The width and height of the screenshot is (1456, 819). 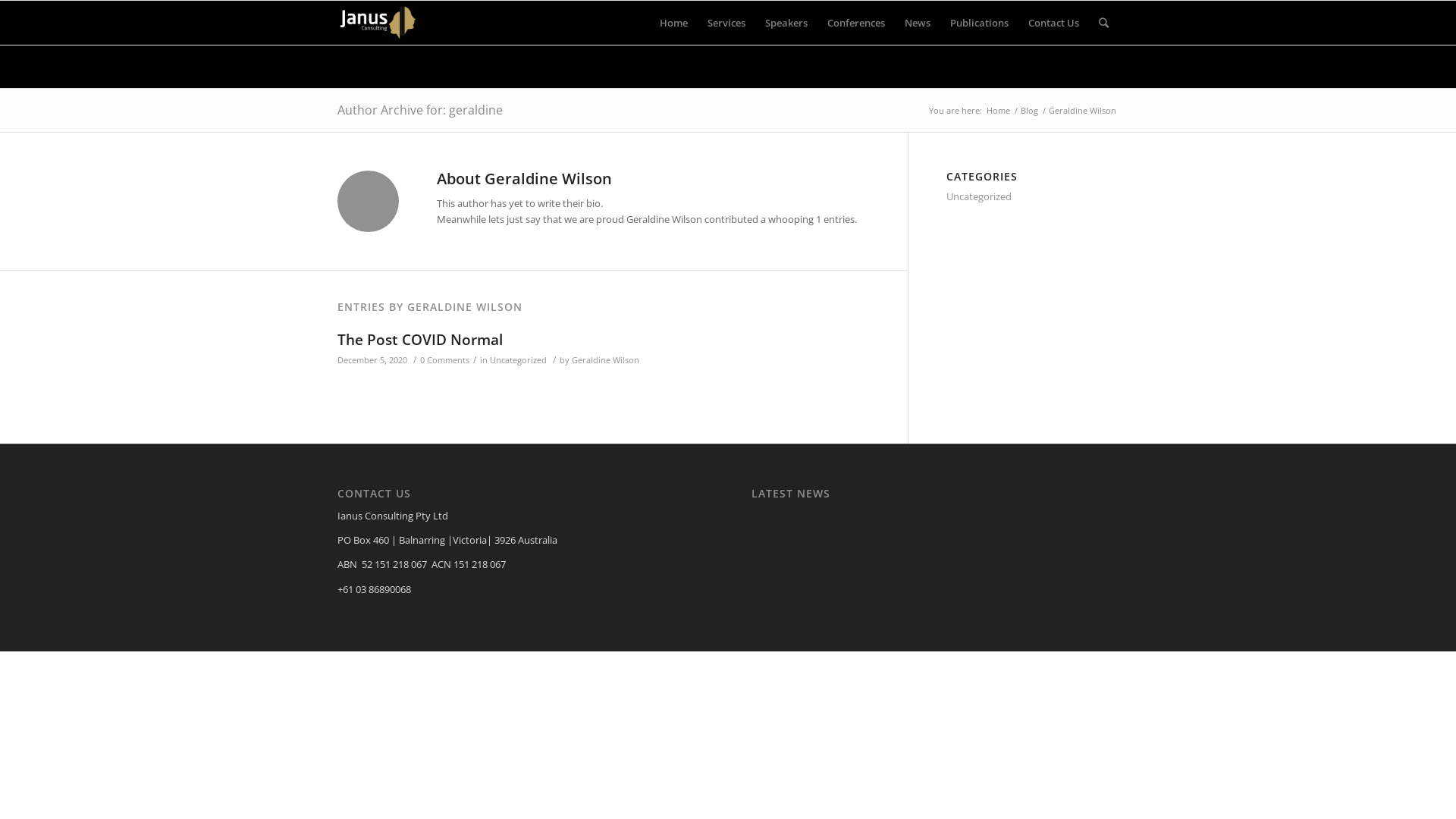 What do you see at coordinates (604, 359) in the screenshot?
I see `'Geraldine Wilson'` at bounding box center [604, 359].